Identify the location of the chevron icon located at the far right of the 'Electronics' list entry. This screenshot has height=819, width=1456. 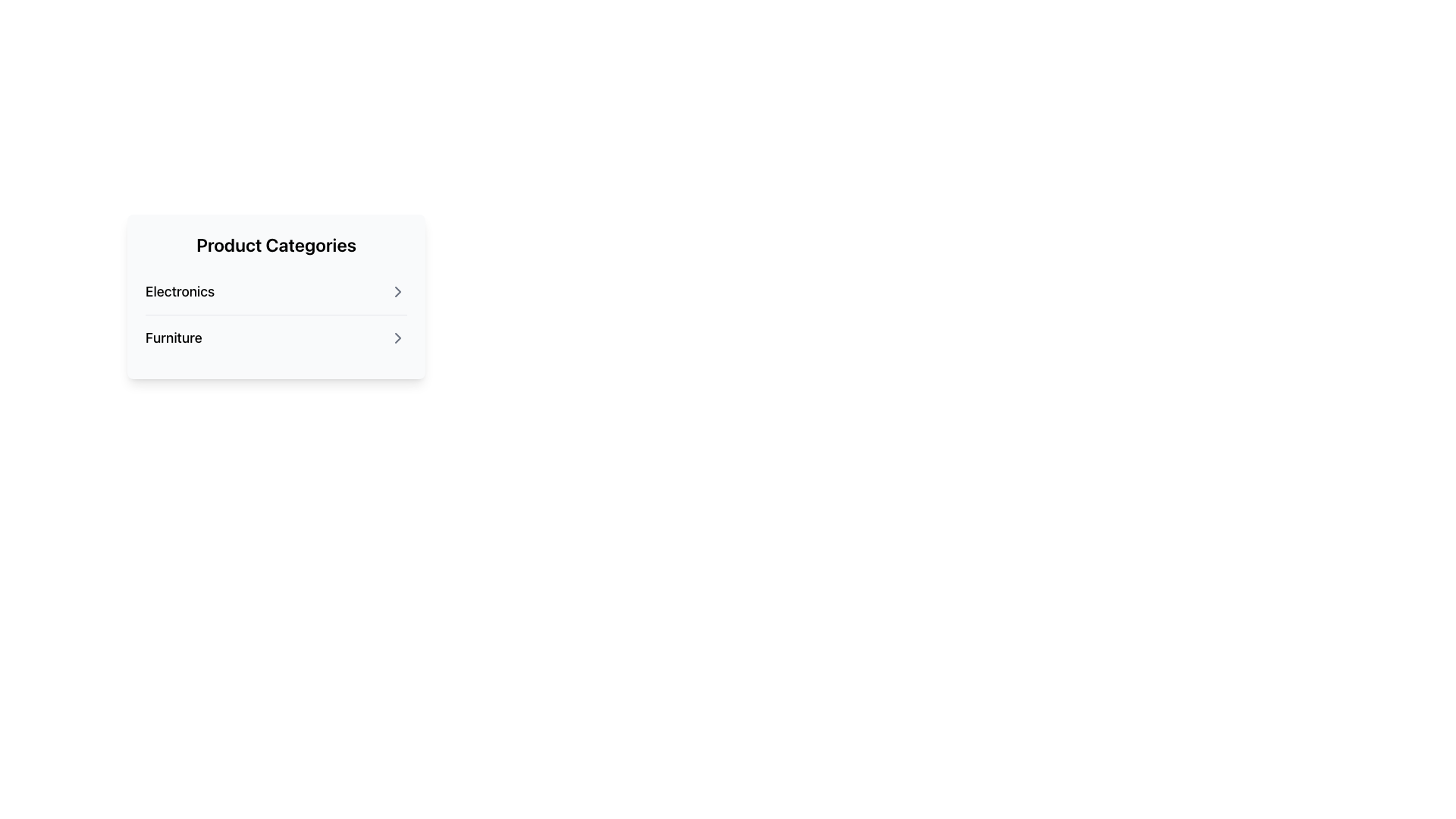
(397, 292).